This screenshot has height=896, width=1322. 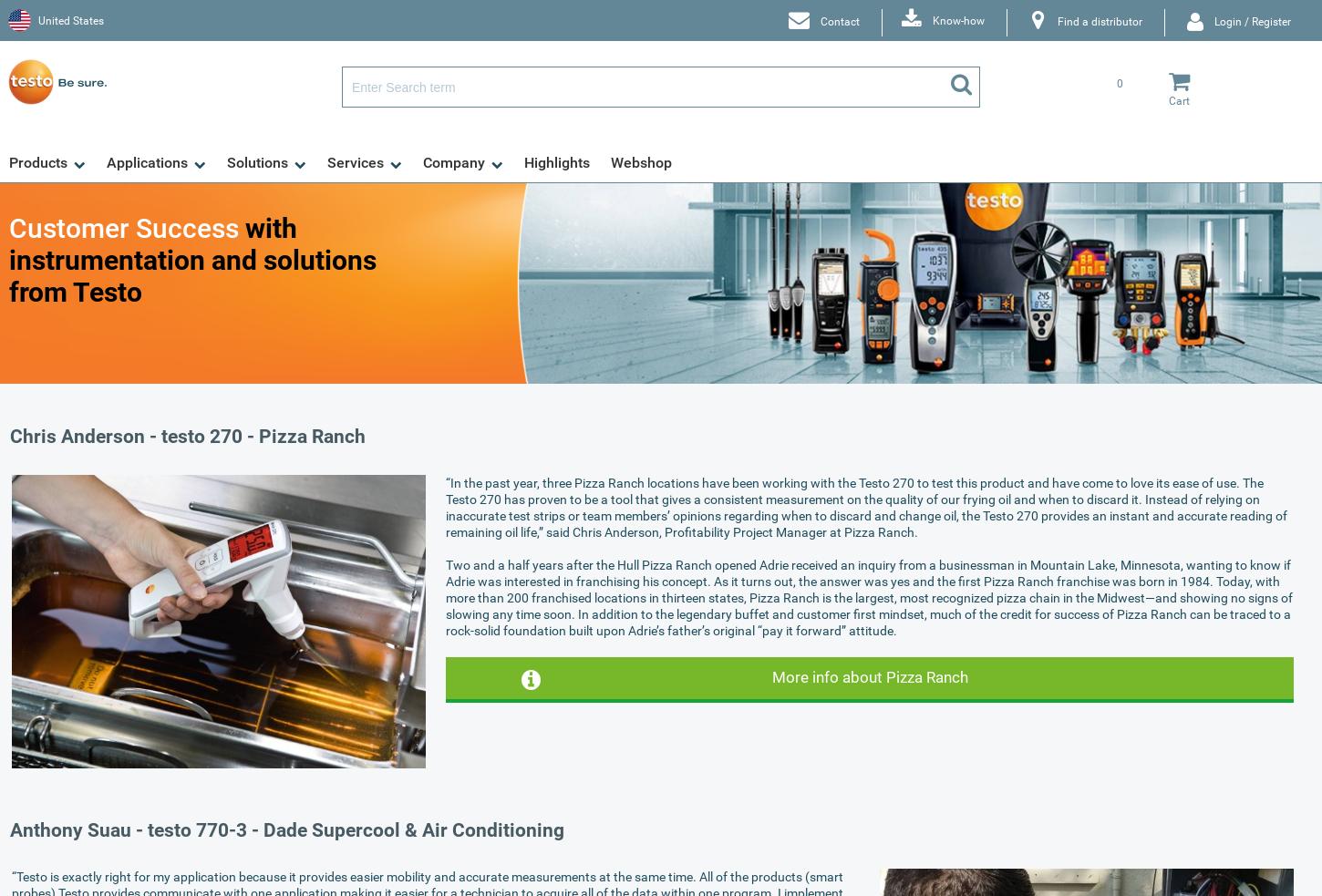 I want to click on '“In the past year, three Pizza Ranch locations have been working with the Testo 270 to test this product and have come to love its ease of use. The Testo 270 has proven to be a tool that gives a consistent measurement on the quality of our frying oil and when to discard it. Instead of relying on inaccurate test strips or team members’ opinions regarding when to discard and change oil, the Testo 270 provides an instant and accurate reading of remaining oil life,” said Chris Anderson, Profitability Project Manager at Pizza Ranch.', so click(x=445, y=507).